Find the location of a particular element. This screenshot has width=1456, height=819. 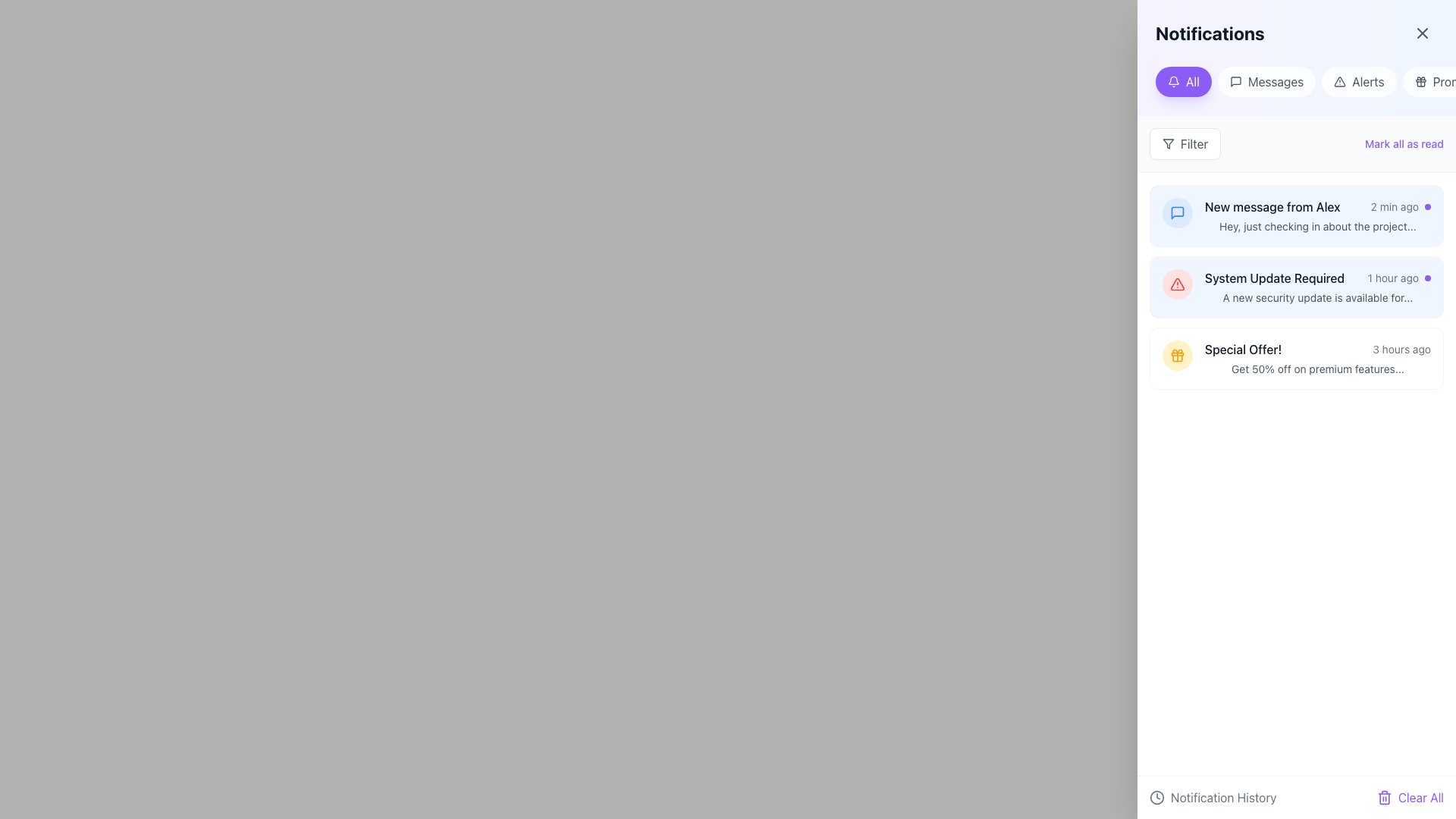

the 'Mark all as read' clickable text link located in the upper-right corner of the interface is located at coordinates (1404, 143).